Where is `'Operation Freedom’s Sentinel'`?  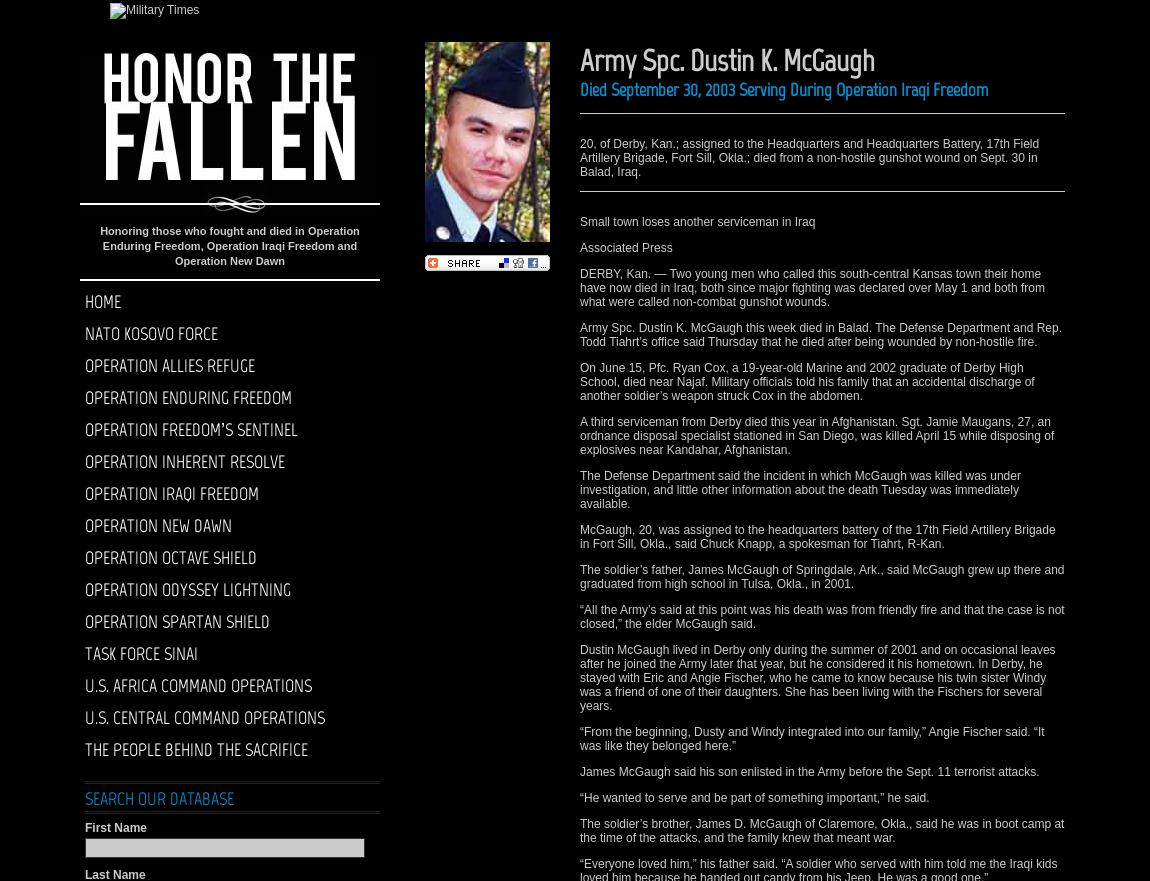 'Operation Freedom’s Sentinel' is located at coordinates (190, 429).